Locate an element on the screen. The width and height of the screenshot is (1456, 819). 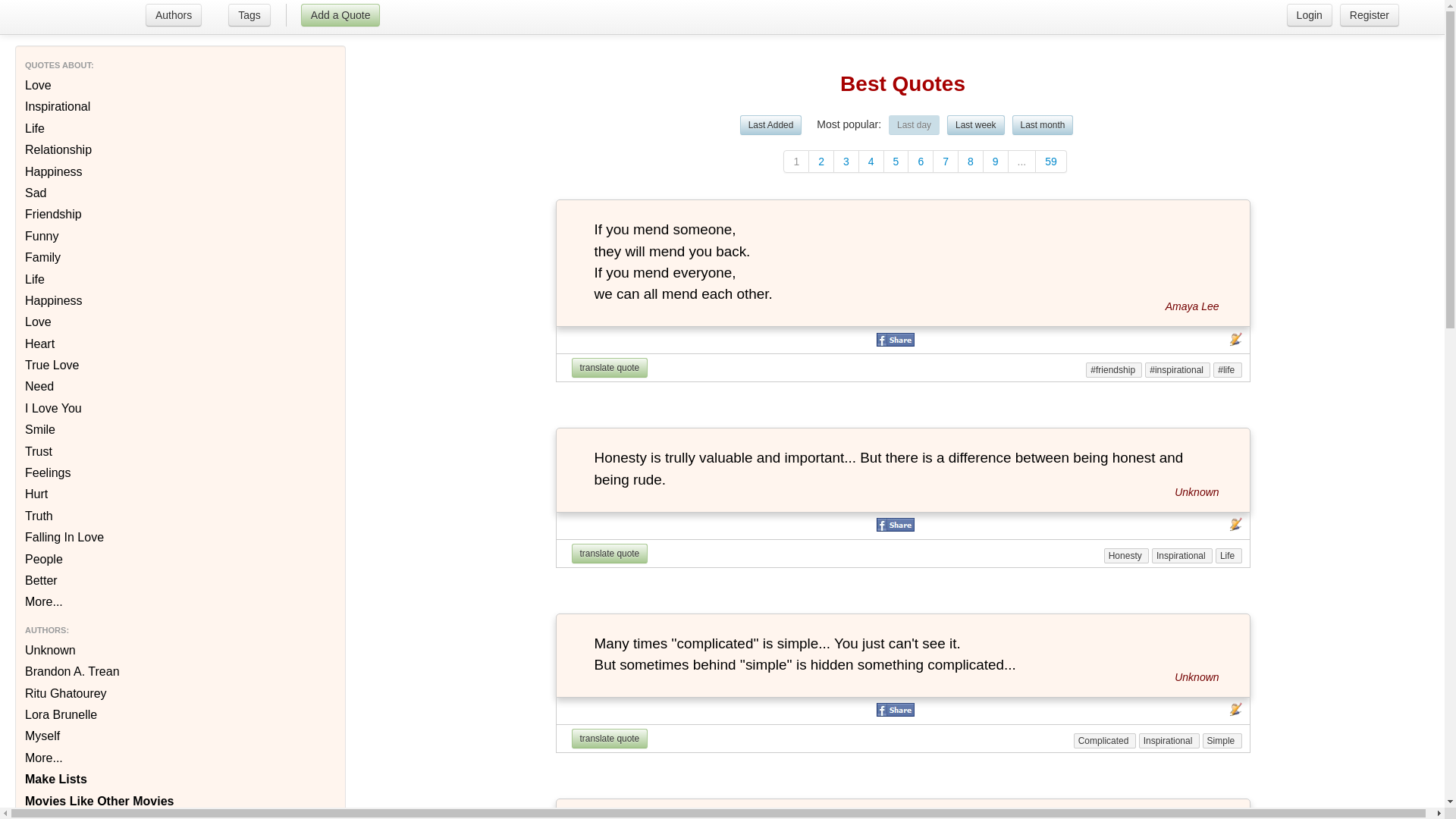
'Tags' is located at coordinates (249, 17).